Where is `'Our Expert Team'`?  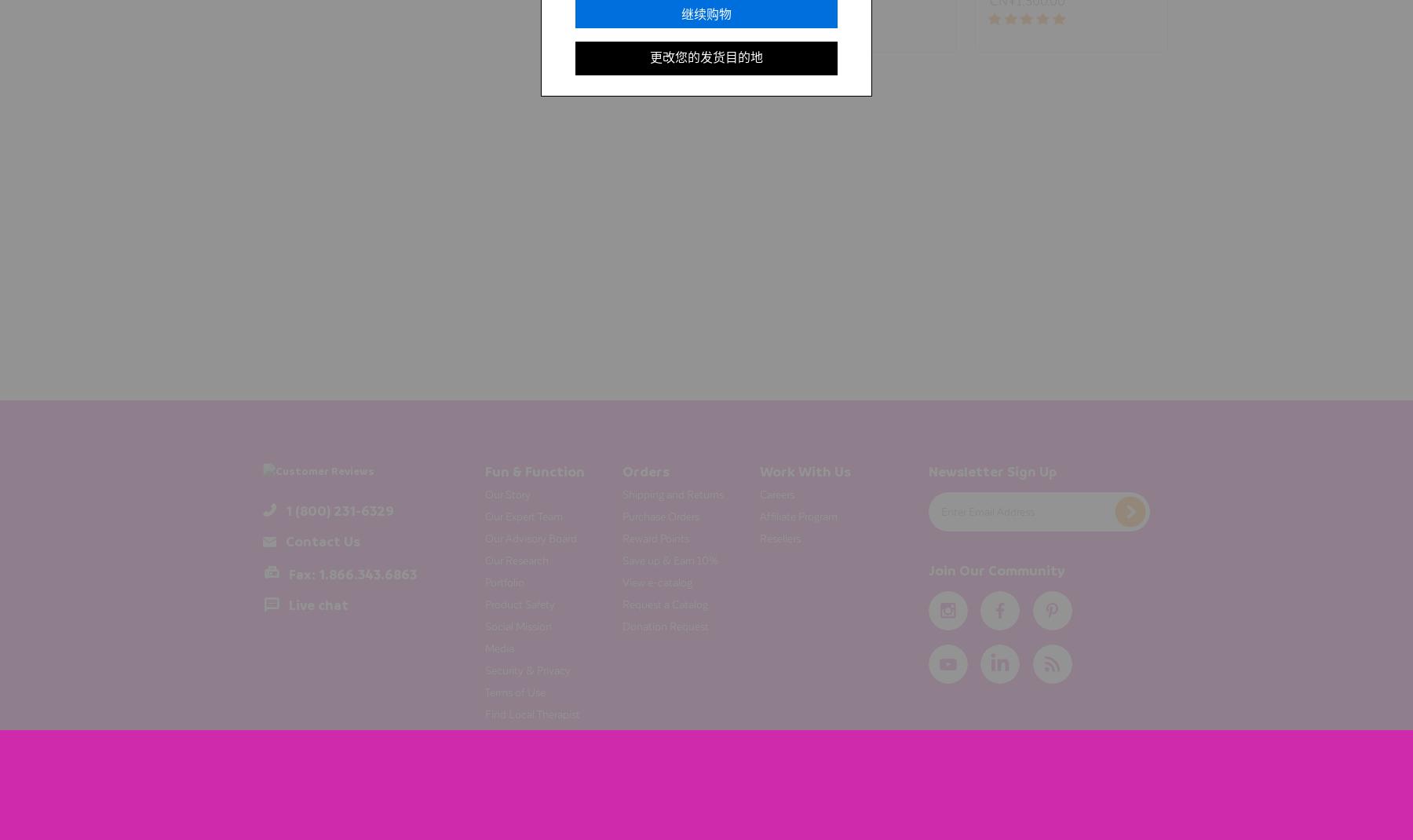 'Our Expert Team' is located at coordinates (523, 515).